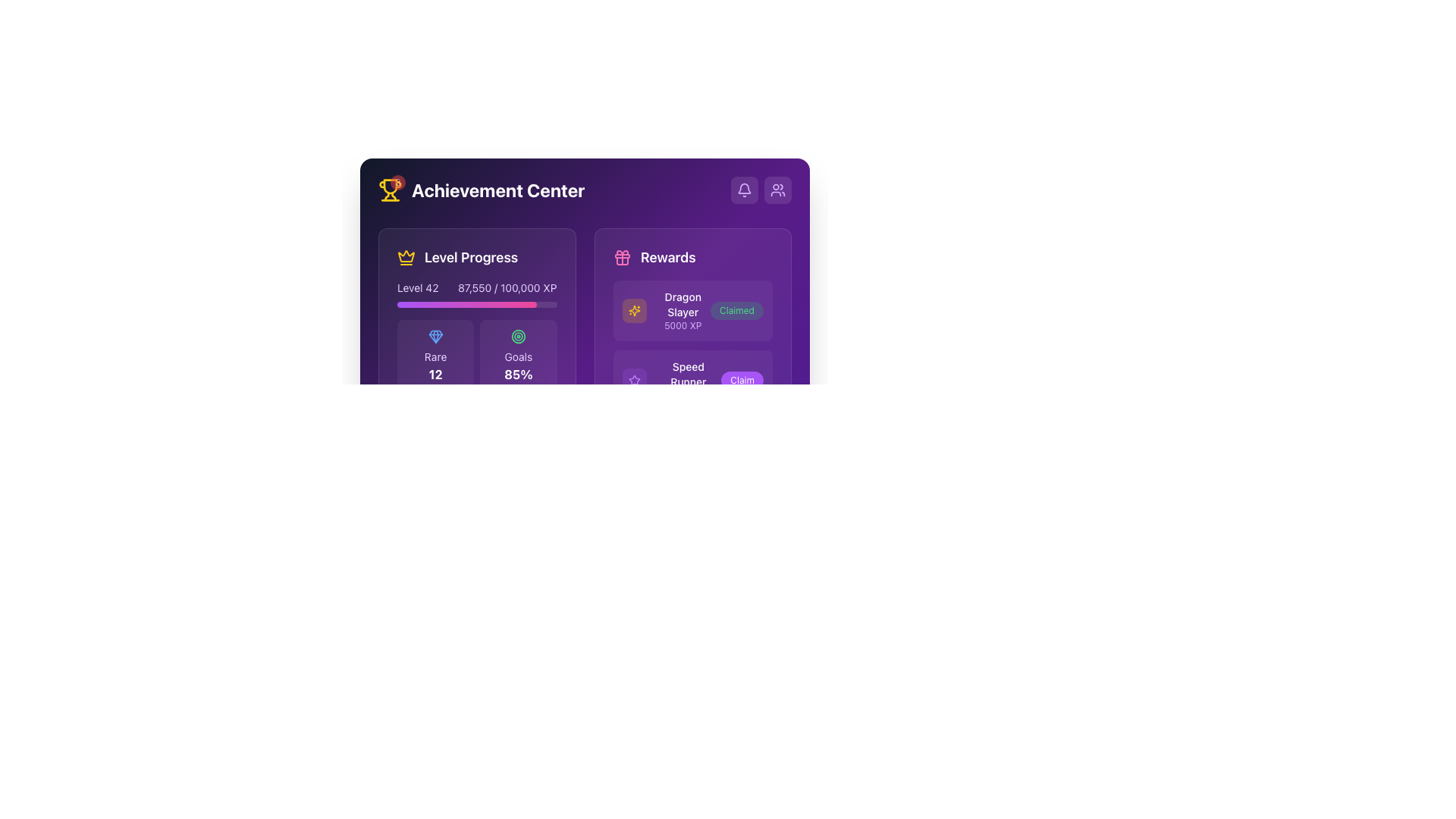 Image resolution: width=1456 pixels, height=819 pixels. I want to click on the text label that describes the progress percentage '85%' within the 'Goals' card in the 'Achievement Center' panel, so click(518, 356).